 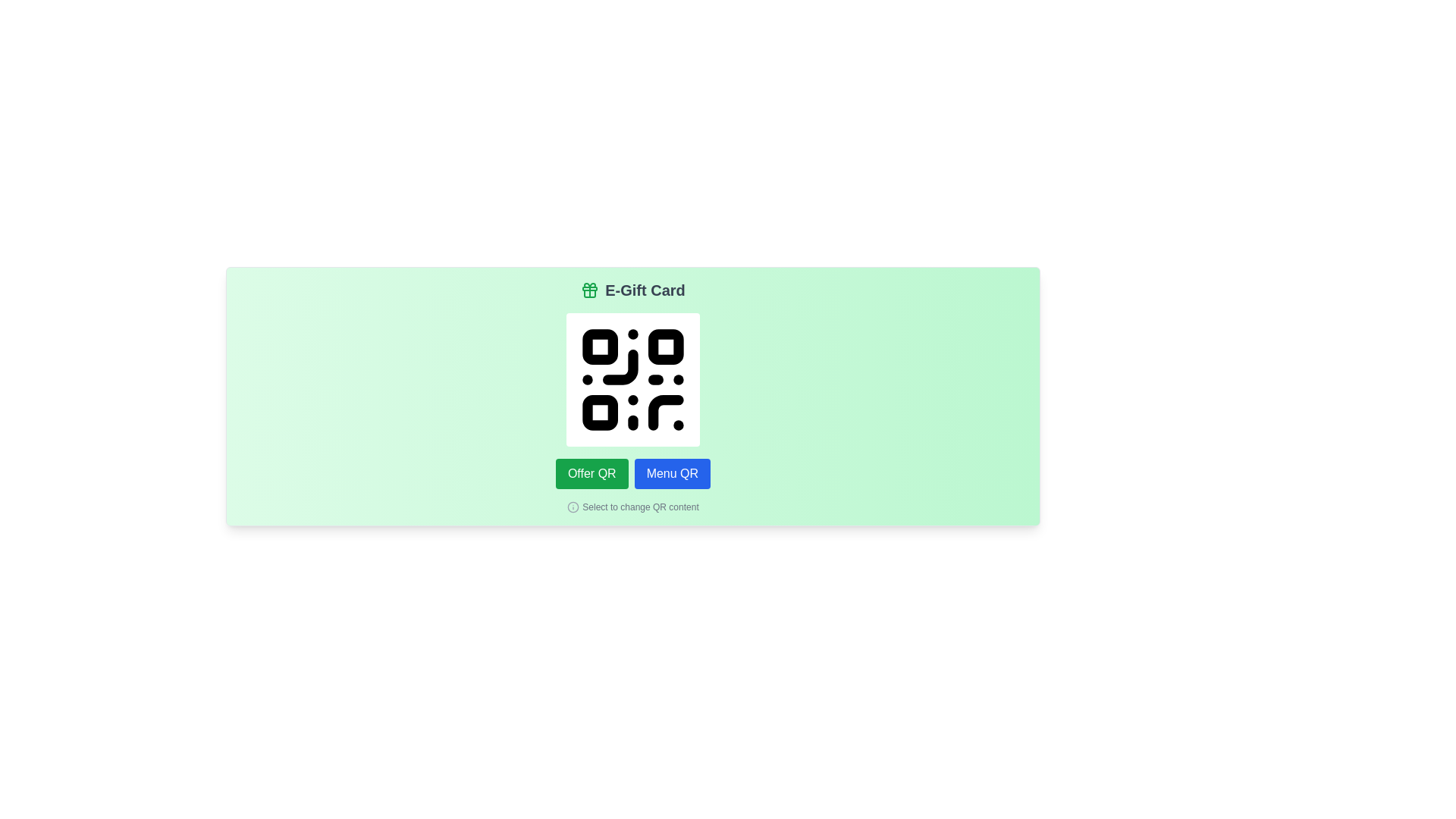 I want to click on the curved line segment forming part of the QR code pattern, which is positioned slightly left of center and towards the top of the QR code, so click(x=620, y=367).